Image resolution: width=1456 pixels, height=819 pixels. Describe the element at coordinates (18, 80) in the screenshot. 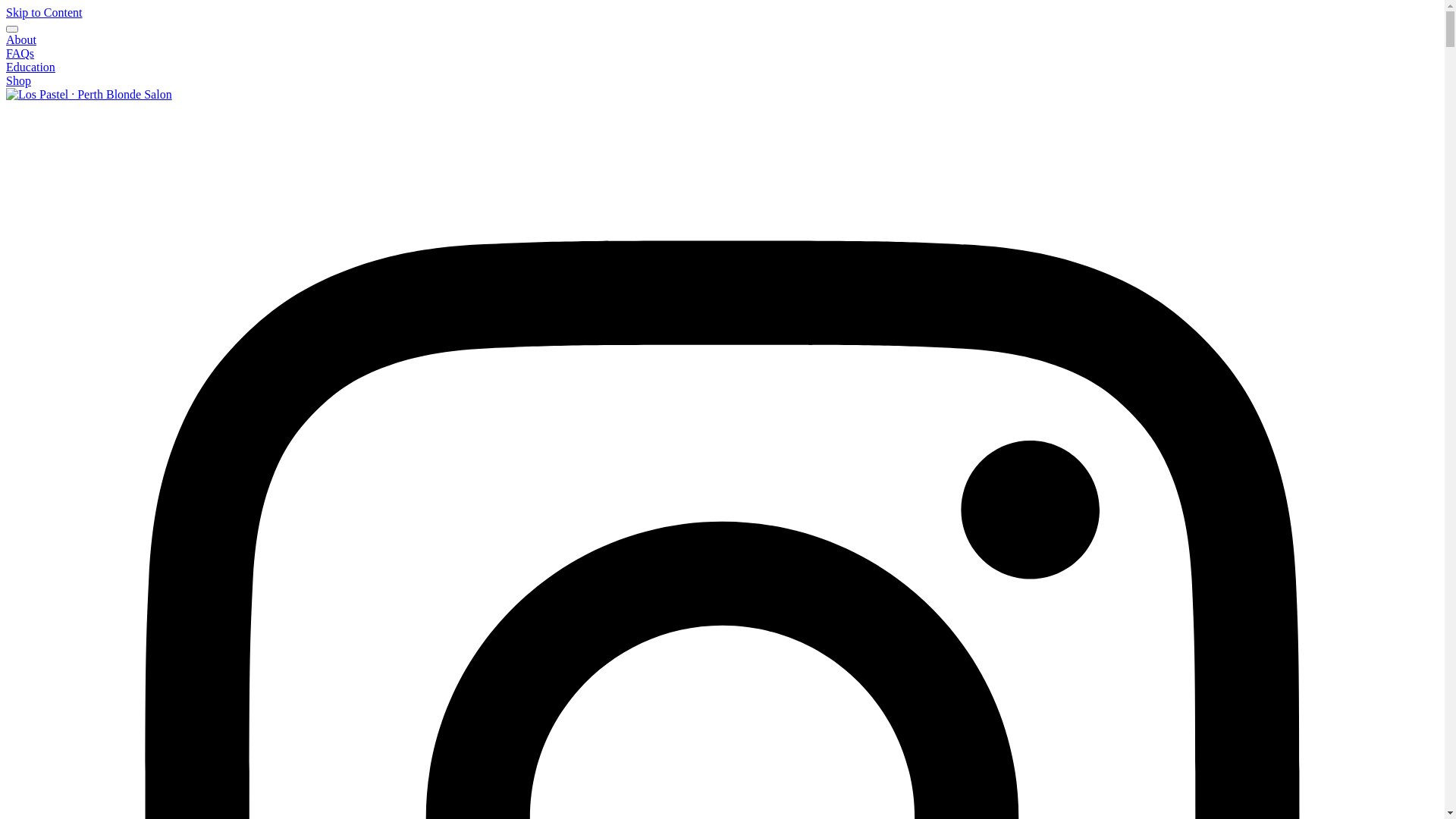

I see `'Shop'` at that location.